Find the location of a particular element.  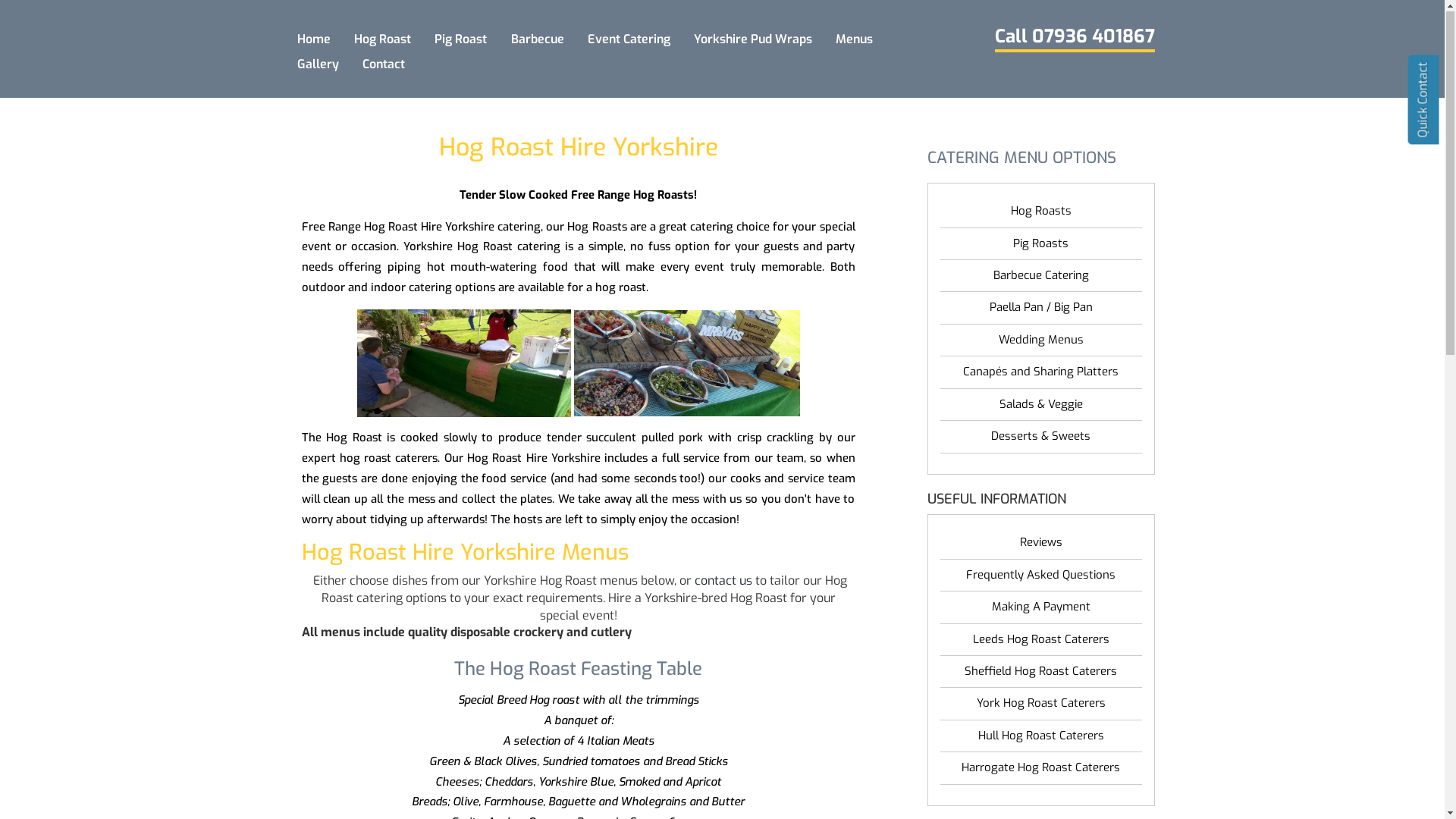

'Desserts & Sweets' is located at coordinates (1040, 437).